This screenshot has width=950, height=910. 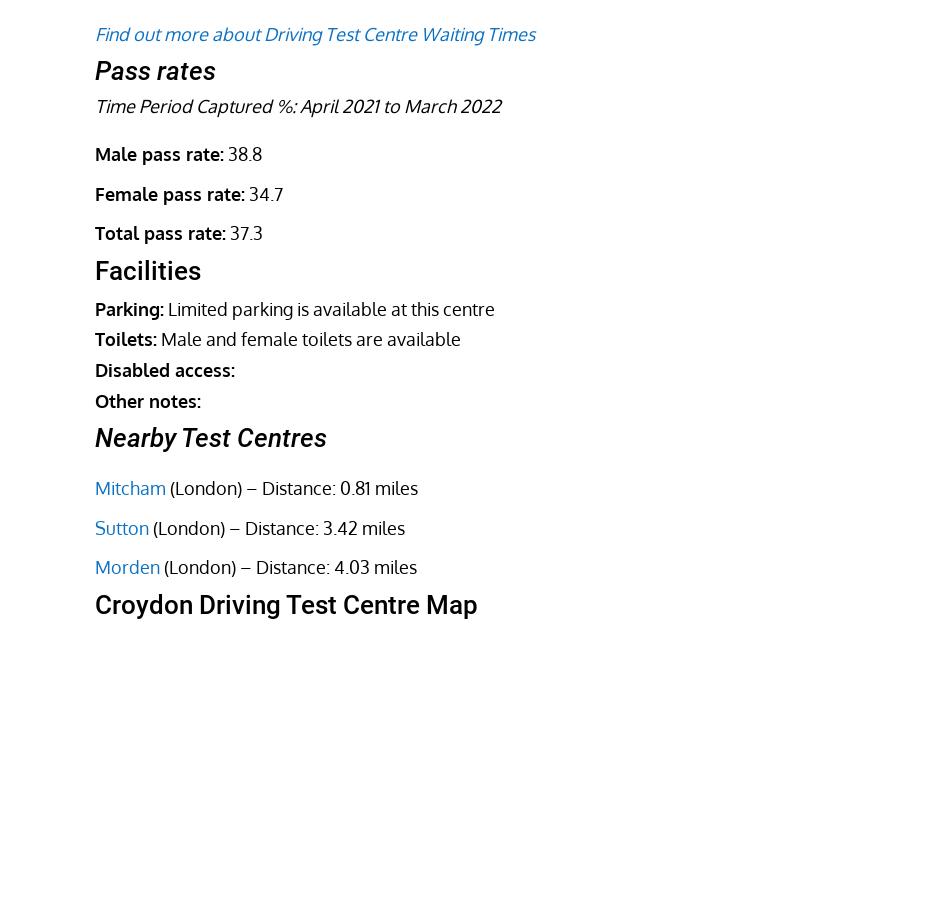 I want to click on 'Parking:', so click(x=129, y=308).